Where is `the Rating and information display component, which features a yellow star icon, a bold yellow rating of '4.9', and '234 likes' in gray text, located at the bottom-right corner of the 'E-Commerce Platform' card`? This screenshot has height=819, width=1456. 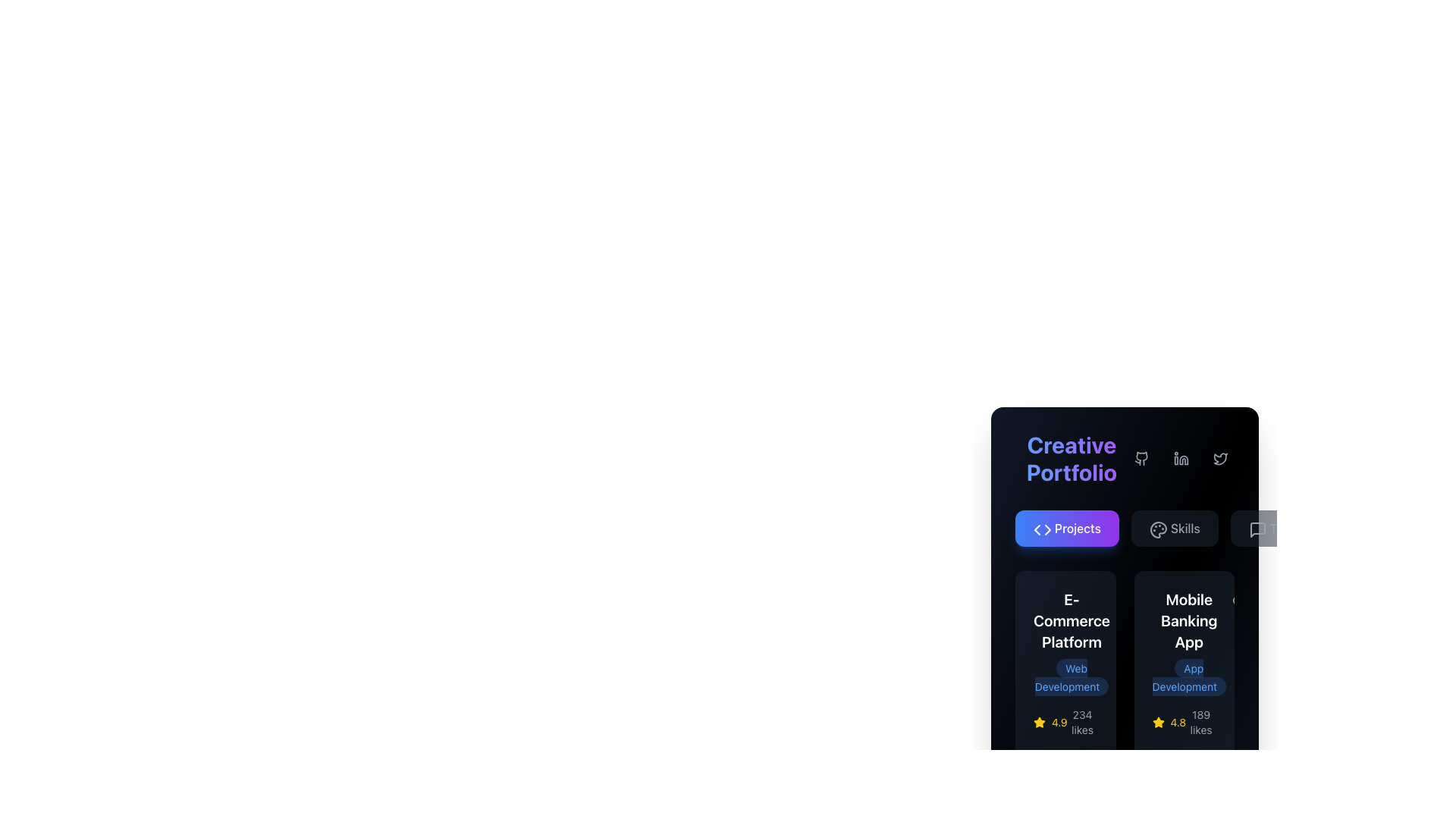 the Rating and information display component, which features a yellow star icon, a bold yellow rating of '4.9', and '234 likes' in gray text, located at the bottom-right corner of the 'E-Commerce Platform' card is located at coordinates (1065, 721).